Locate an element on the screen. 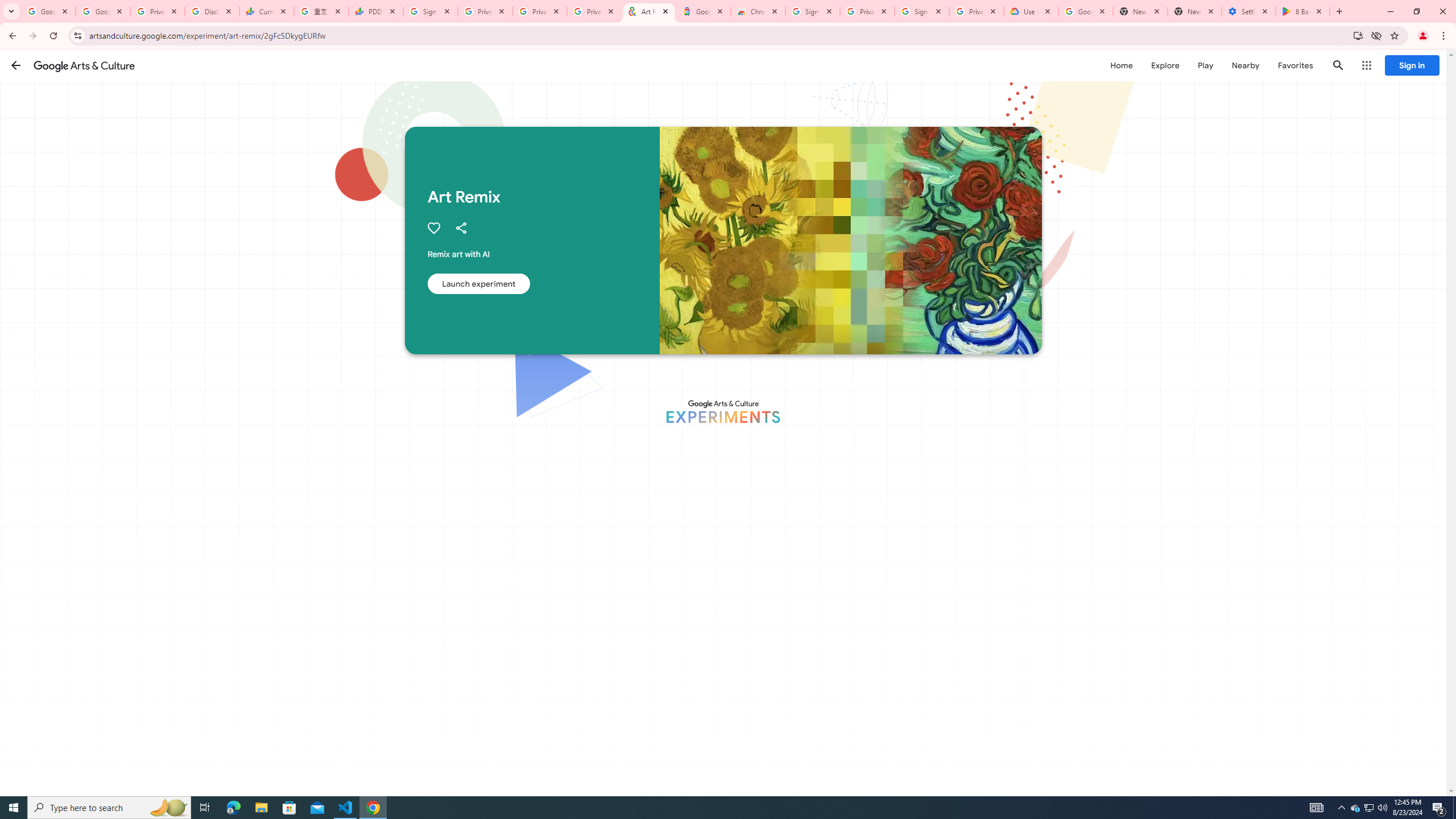 The height and width of the screenshot is (819, 1456). 'Currencies - Google Finance' is located at coordinates (266, 11).